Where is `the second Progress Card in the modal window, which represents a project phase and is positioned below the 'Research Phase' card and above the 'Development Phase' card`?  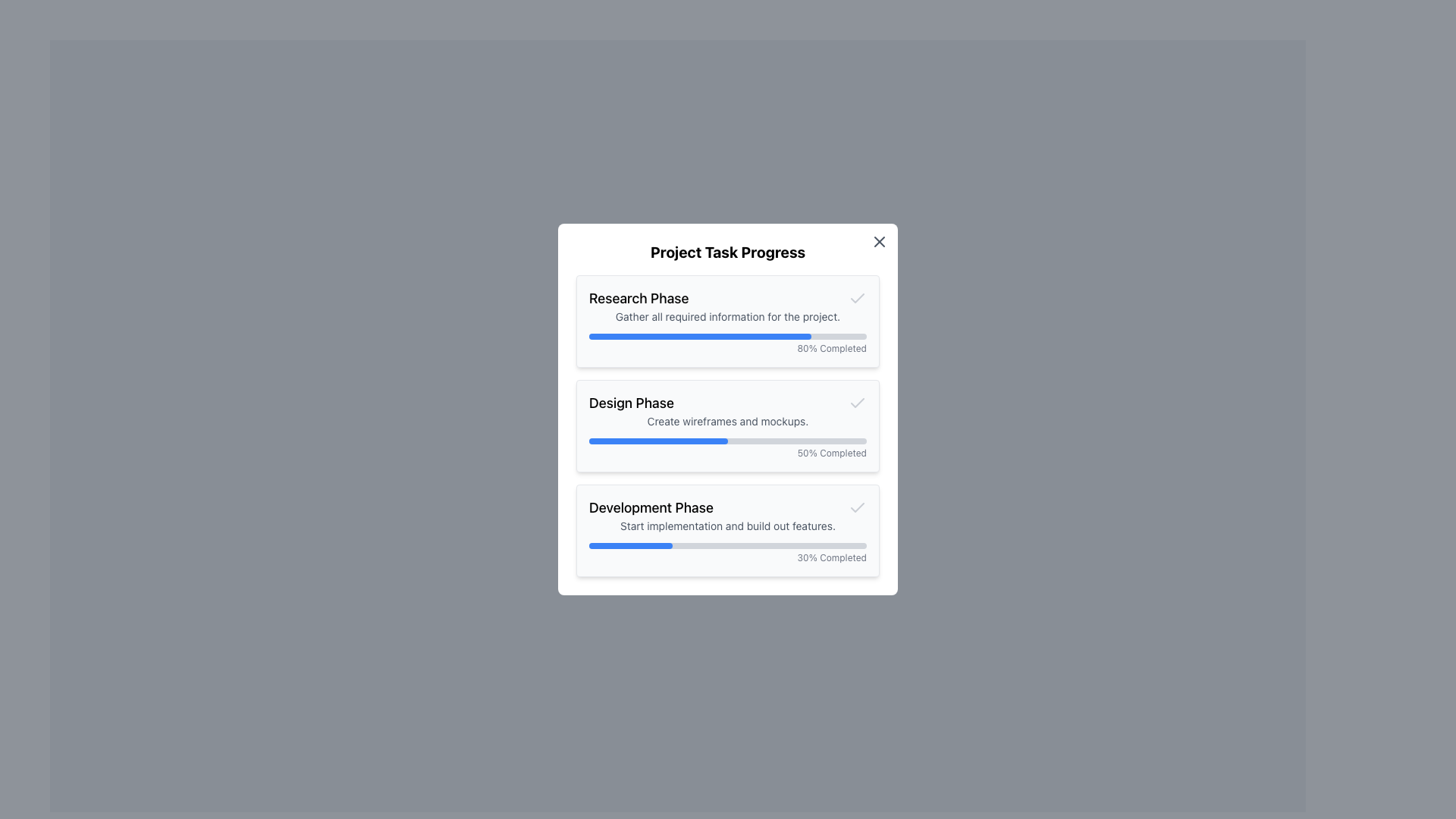
the second Progress Card in the modal window, which represents a project phase and is positioned below the 'Research Phase' card and above the 'Development Phase' card is located at coordinates (728, 426).